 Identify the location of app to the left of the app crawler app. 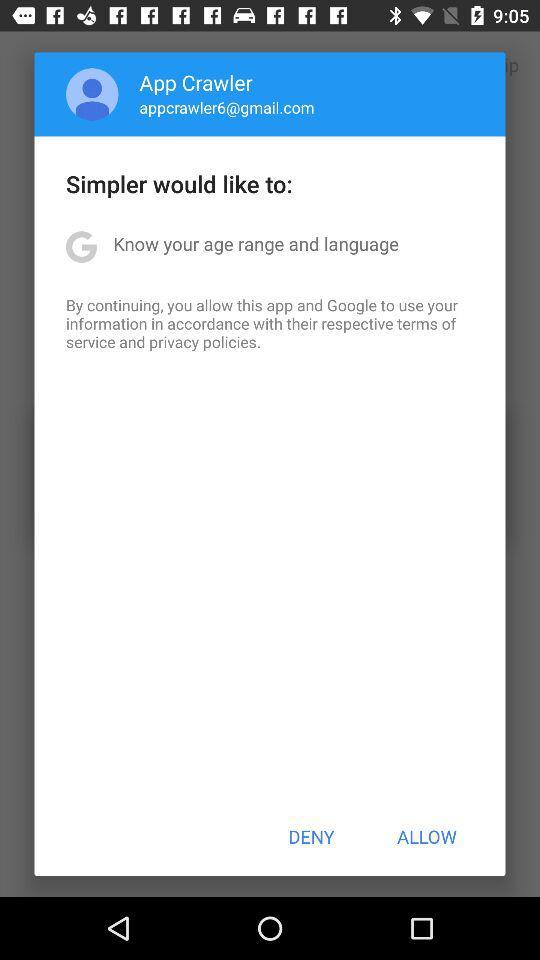
(91, 94).